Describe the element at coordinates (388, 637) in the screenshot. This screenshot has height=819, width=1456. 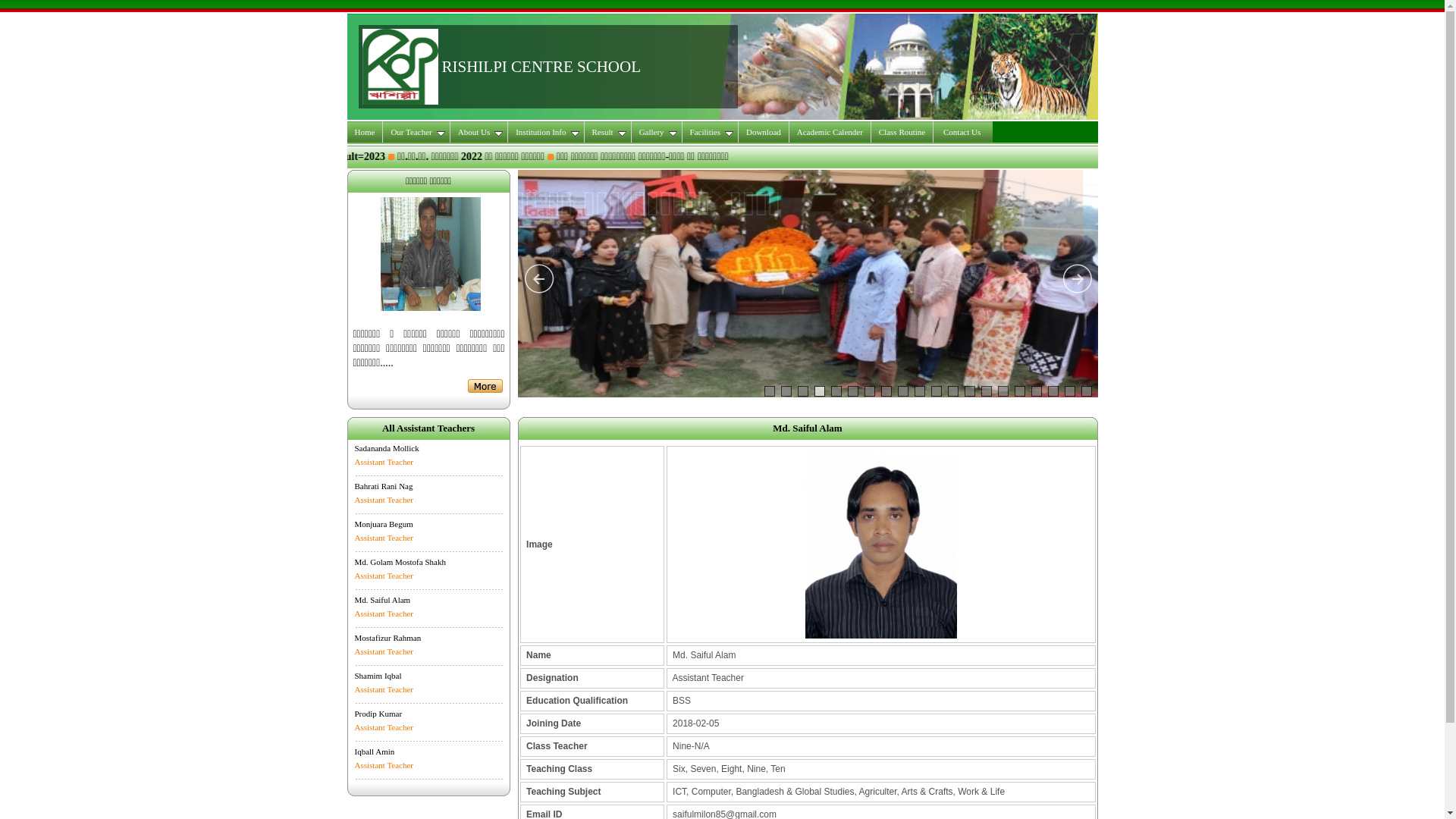
I see `'Mostafizur Rahman'` at that location.